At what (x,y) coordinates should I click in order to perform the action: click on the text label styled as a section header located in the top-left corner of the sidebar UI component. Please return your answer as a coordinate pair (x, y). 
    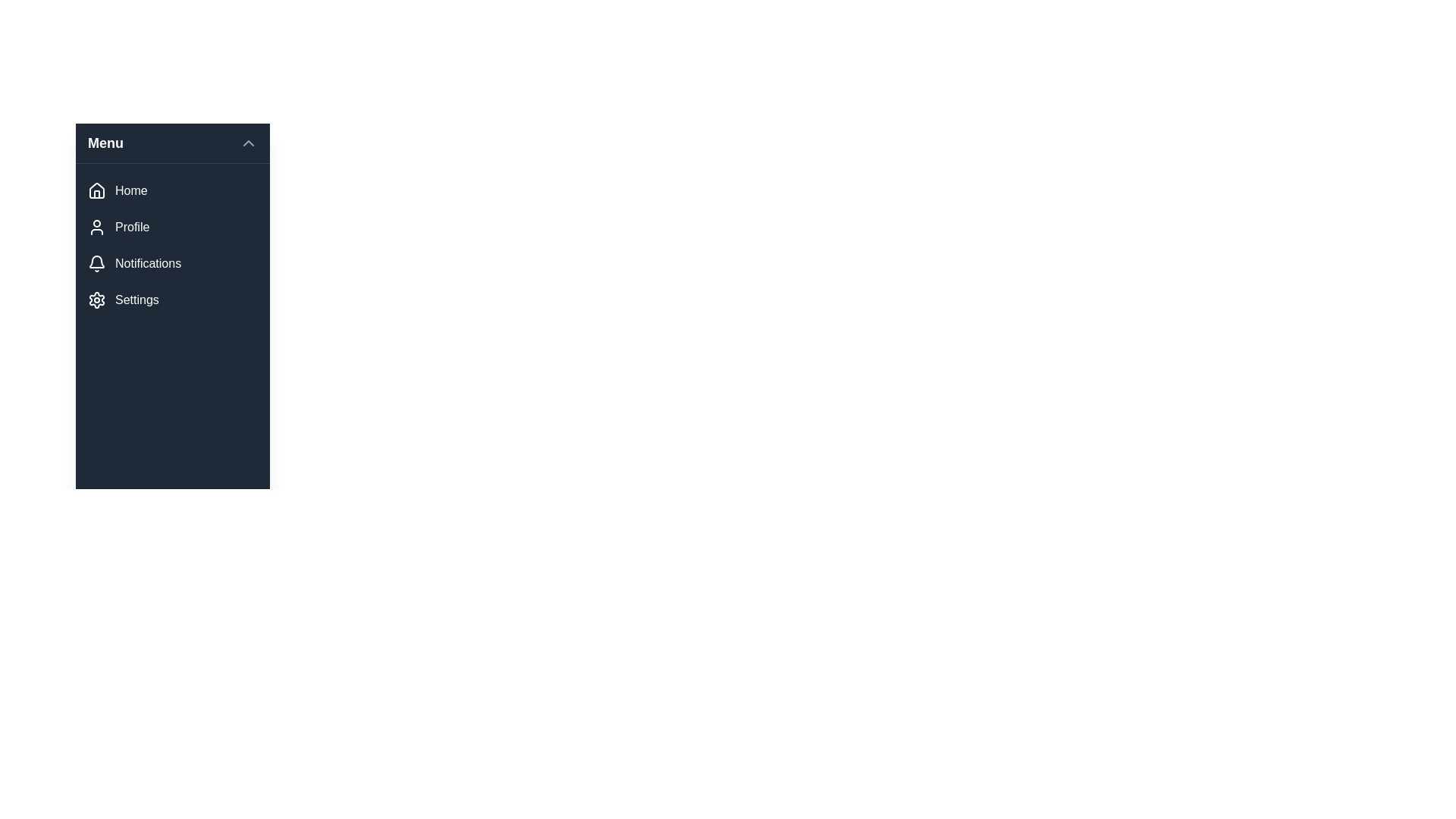
    Looking at the image, I should click on (105, 143).